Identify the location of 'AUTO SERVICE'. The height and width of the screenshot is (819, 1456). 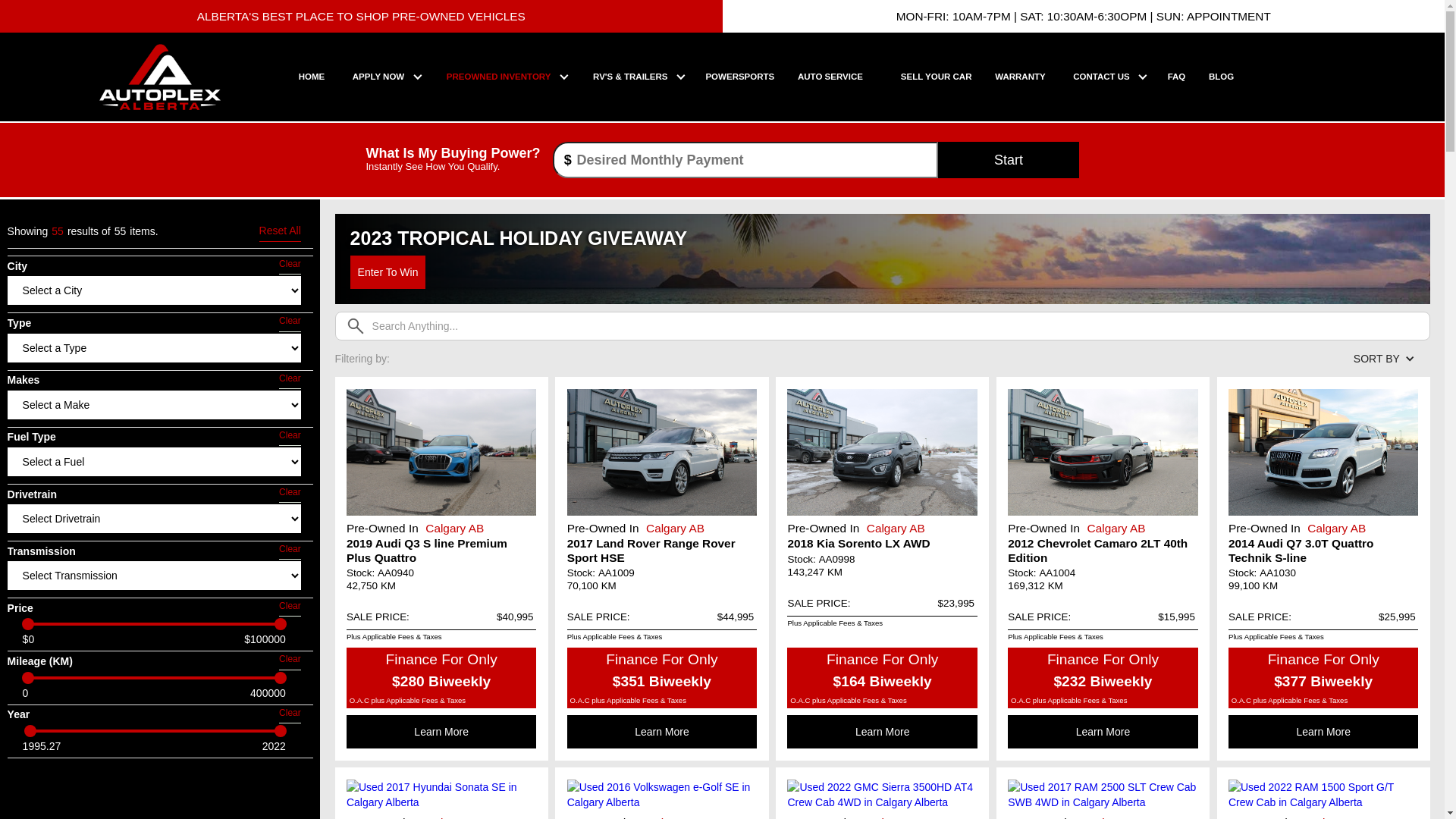
(792, 77).